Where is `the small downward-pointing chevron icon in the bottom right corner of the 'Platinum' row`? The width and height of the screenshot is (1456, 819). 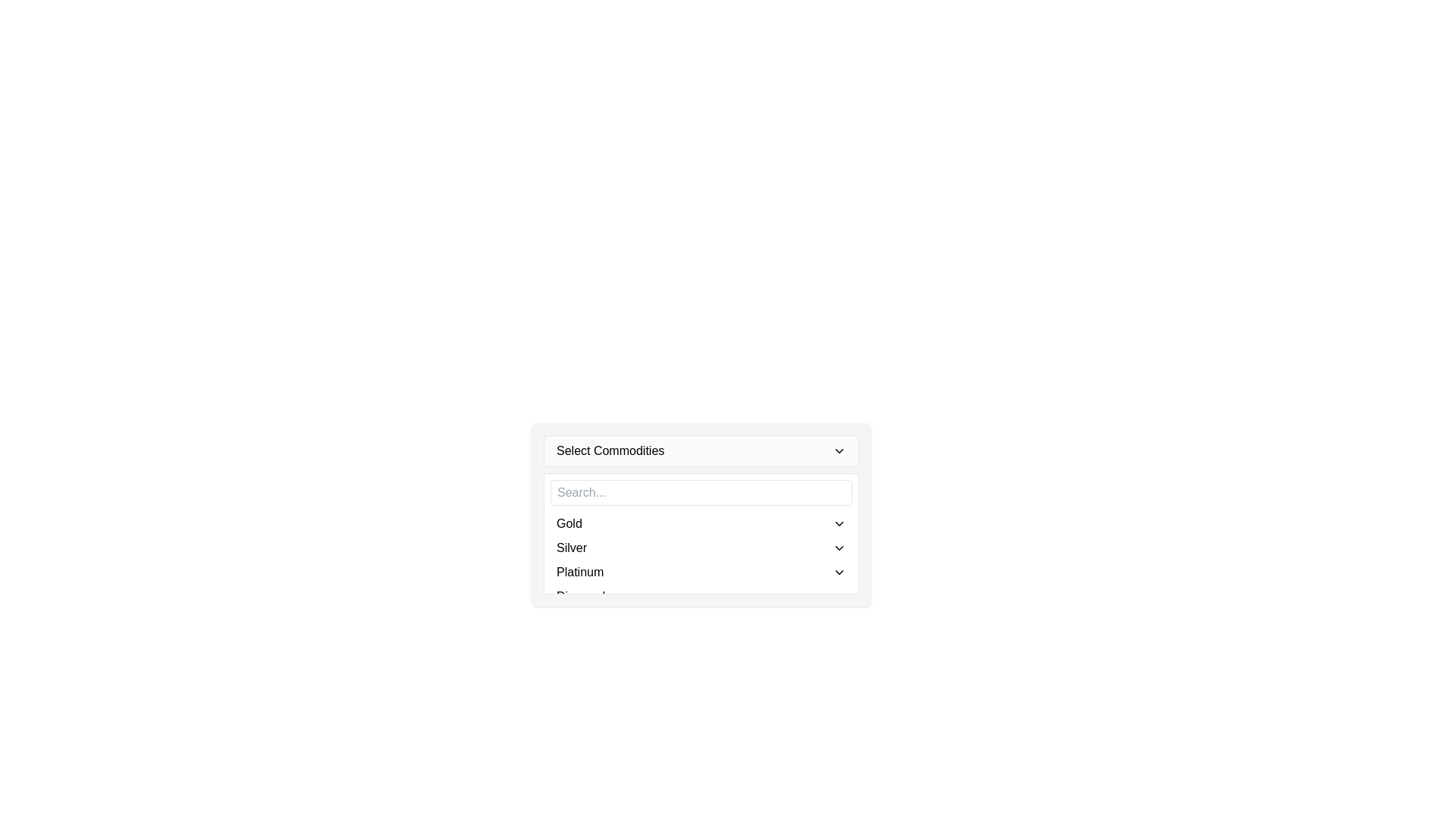
the small downward-pointing chevron icon in the bottom right corner of the 'Platinum' row is located at coordinates (839, 573).